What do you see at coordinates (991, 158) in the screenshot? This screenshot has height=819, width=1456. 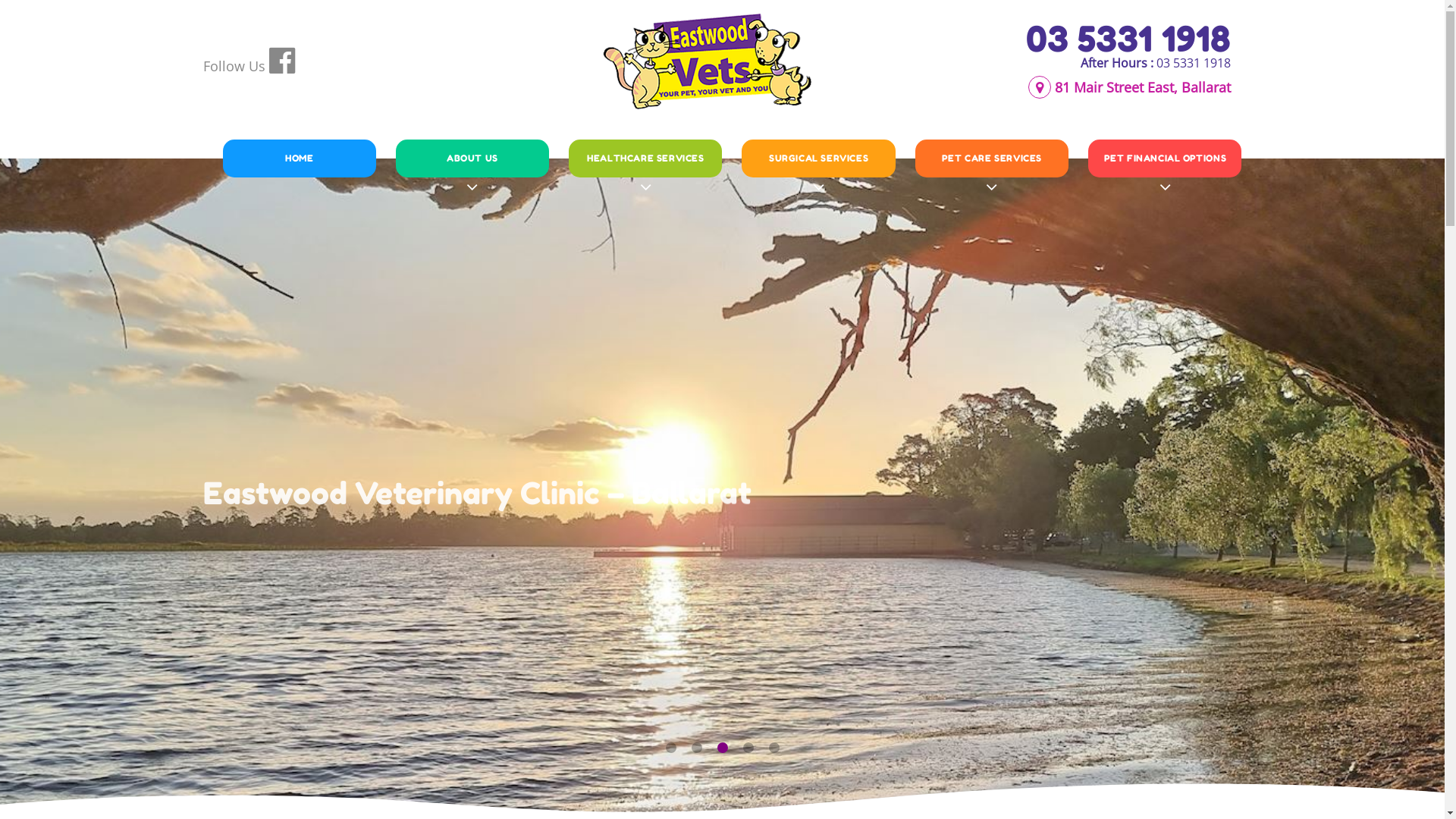 I see `'PET CARE SERVICES'` at bounding box center [991, 158].